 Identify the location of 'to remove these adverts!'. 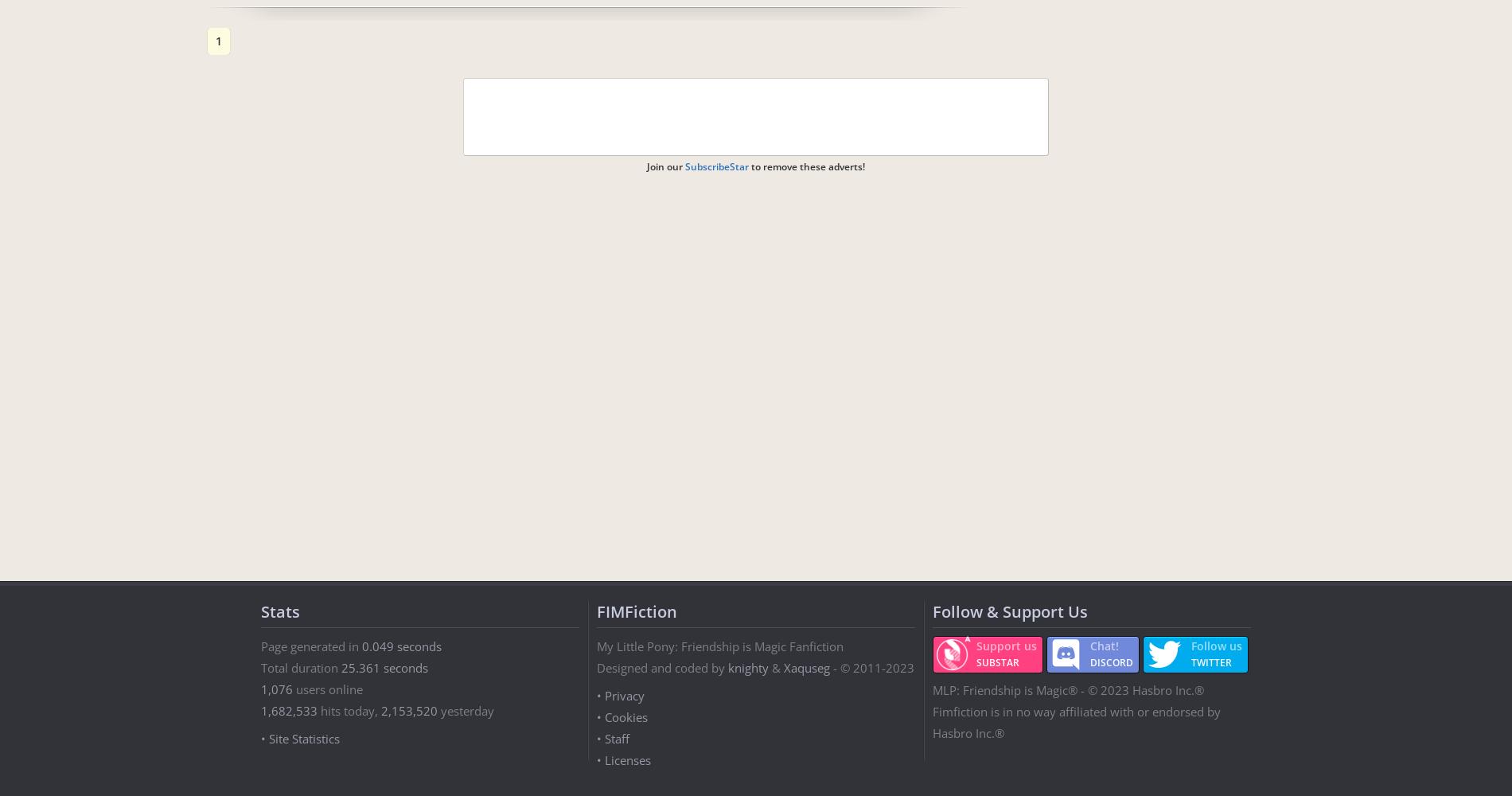
(807, 166).